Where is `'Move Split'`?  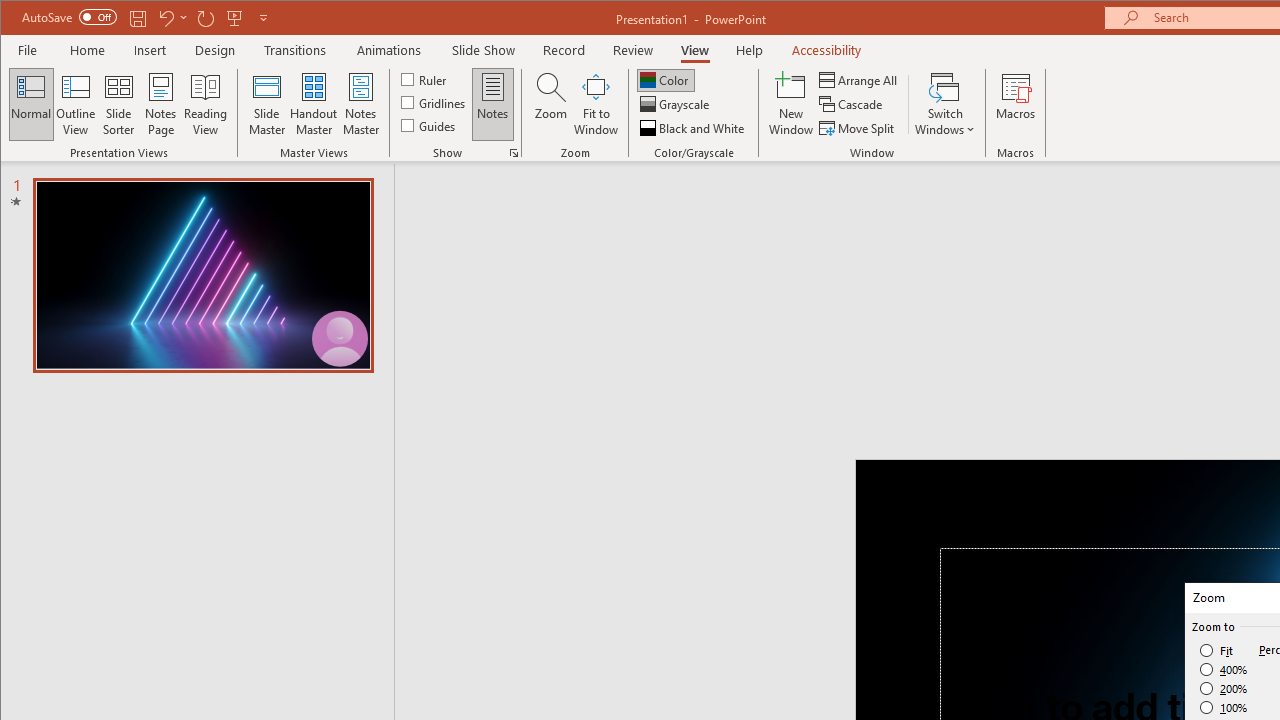 'Move Split' is located at coordinates (858, 128).